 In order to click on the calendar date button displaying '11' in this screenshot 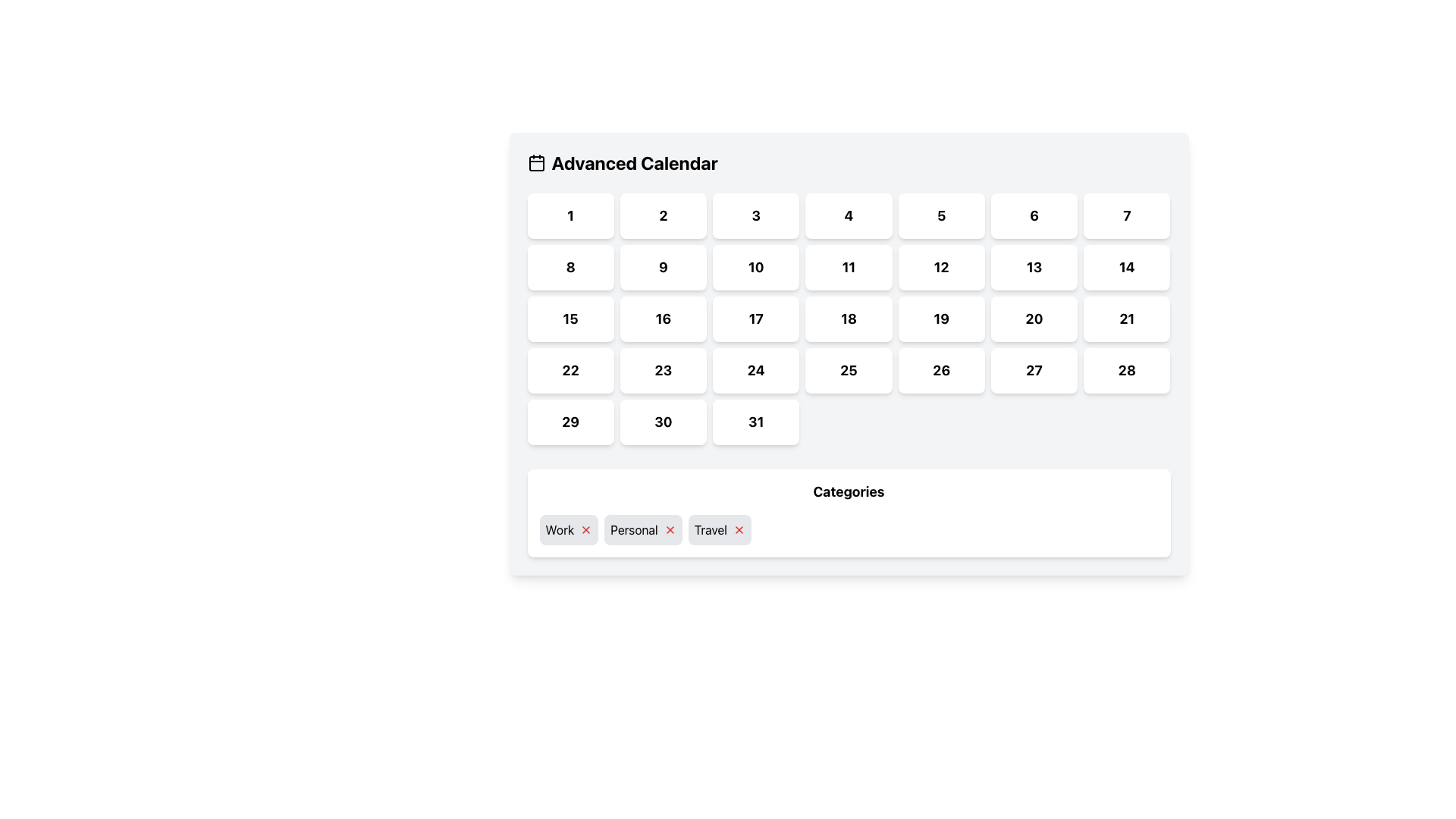, I will do `click(848, 267)`.